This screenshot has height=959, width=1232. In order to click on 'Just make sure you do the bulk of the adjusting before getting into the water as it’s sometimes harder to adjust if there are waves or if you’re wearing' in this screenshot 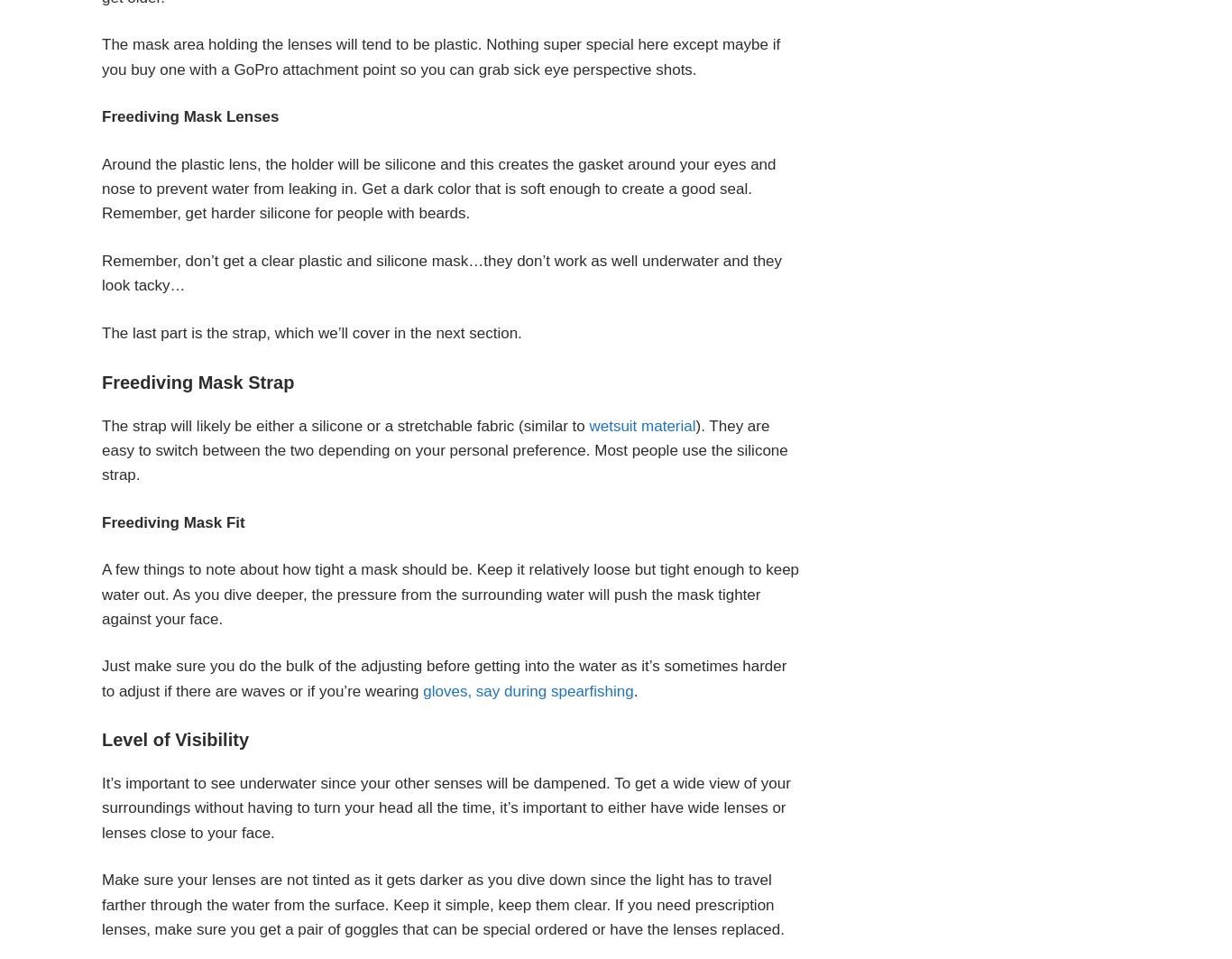, I will do `click(101, 677)`.